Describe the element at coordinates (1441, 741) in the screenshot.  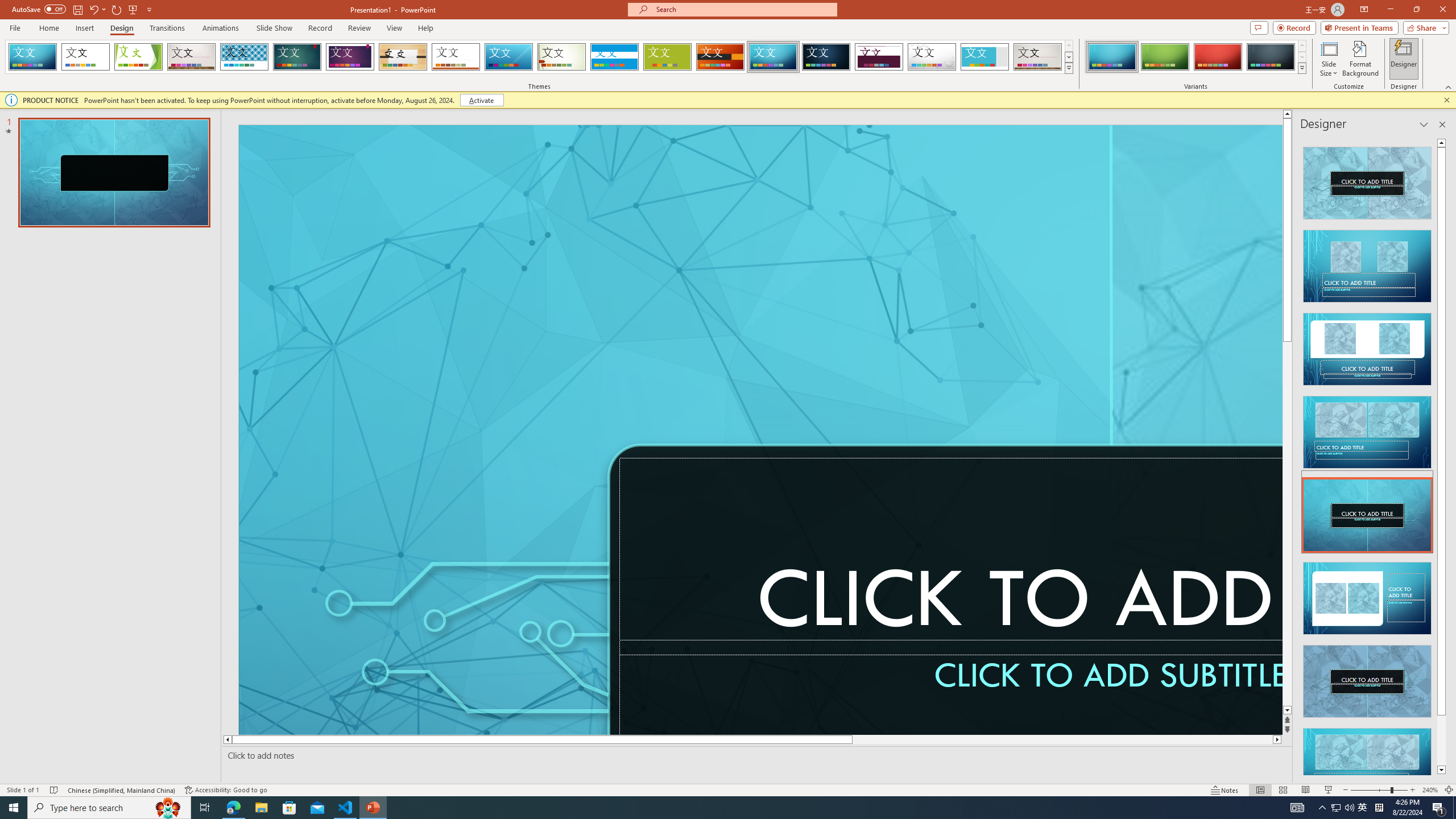
I see `'Page down'` at that location.